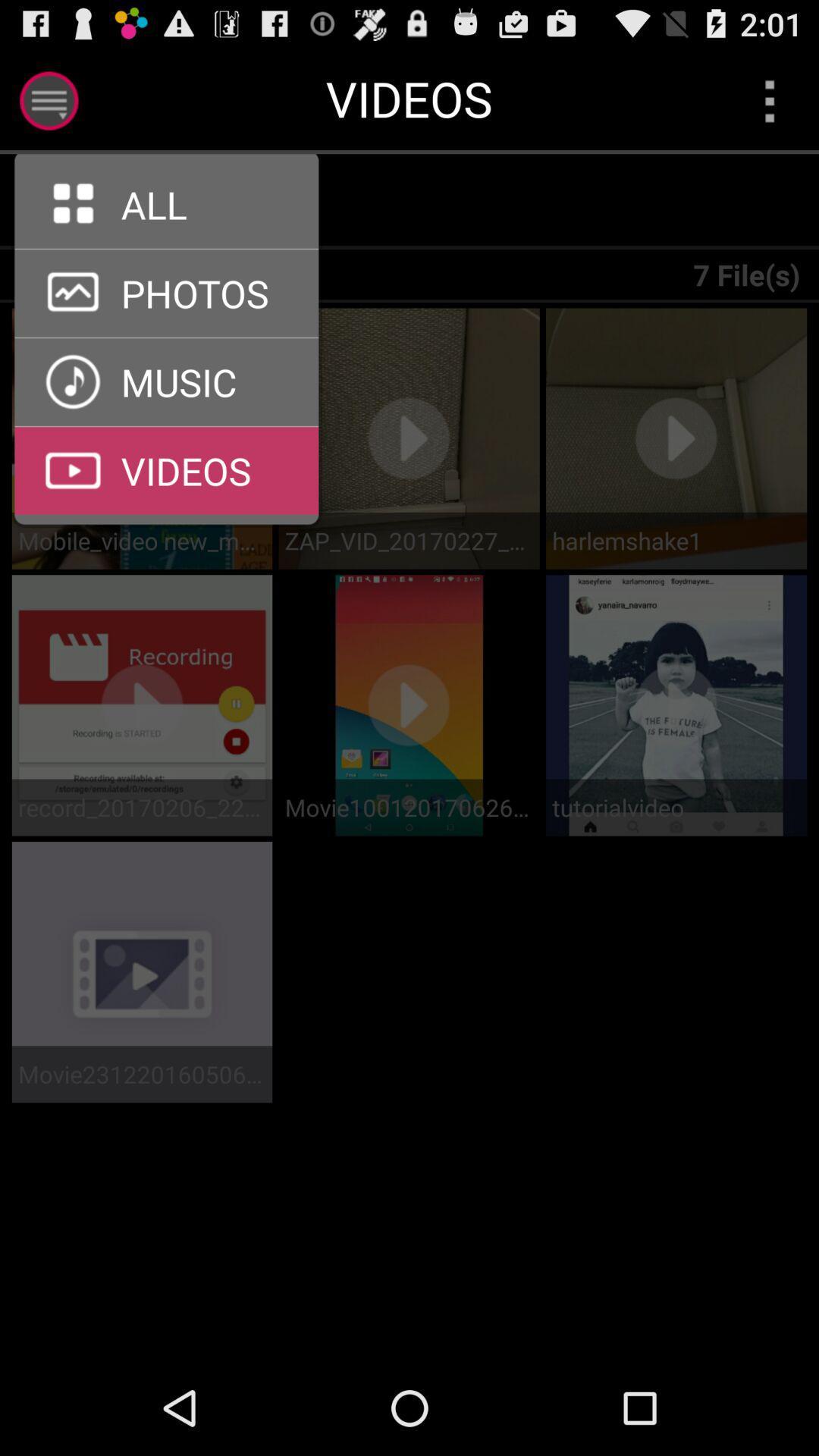 The width and height of the screenshot is (819, 1456). What do you see at coordinates (166, 425) in the screenshot?
I see `videos menu` at bounding box center [166, 425].